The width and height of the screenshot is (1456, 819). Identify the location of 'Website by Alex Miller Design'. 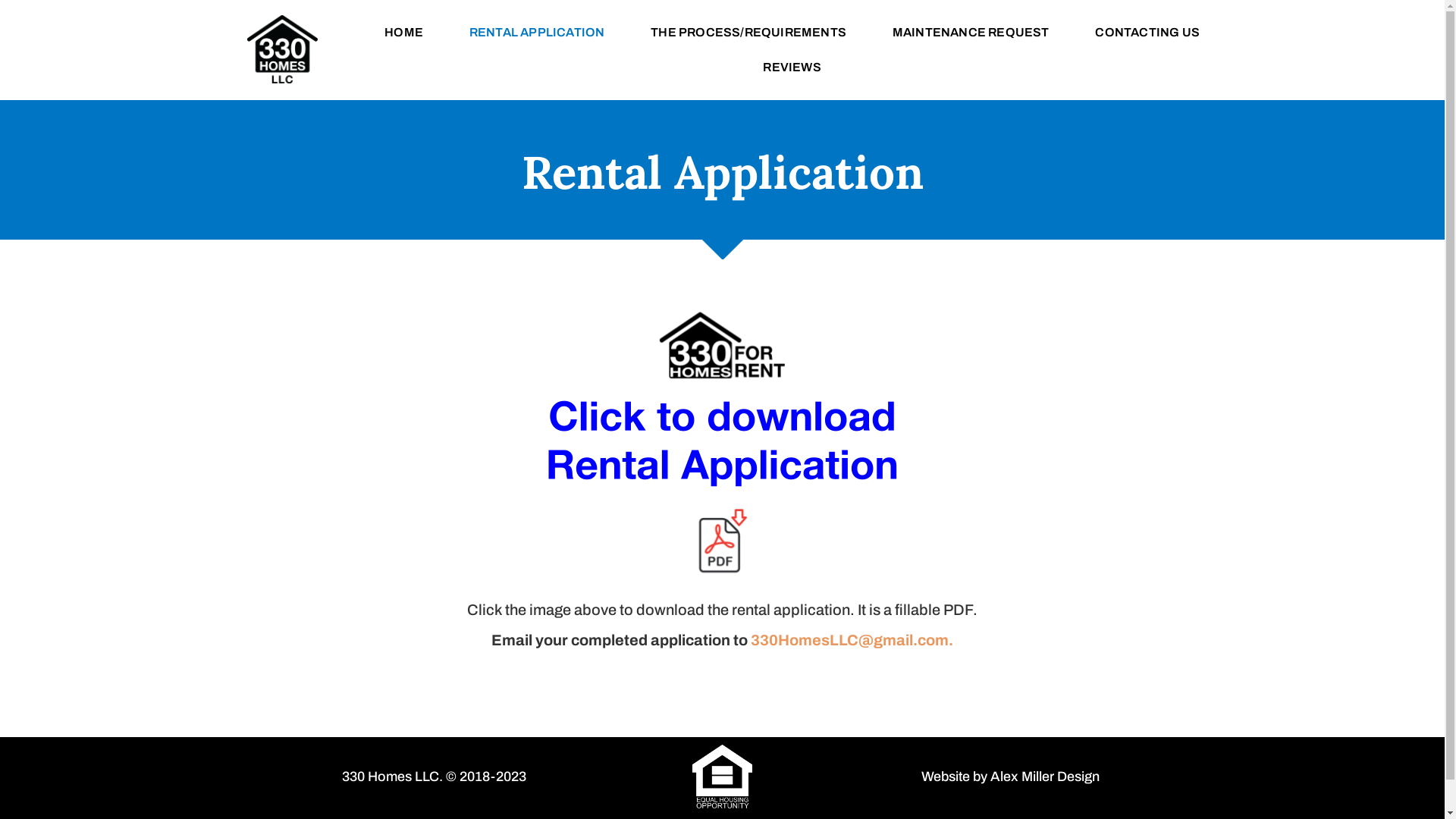
(1010, 776).